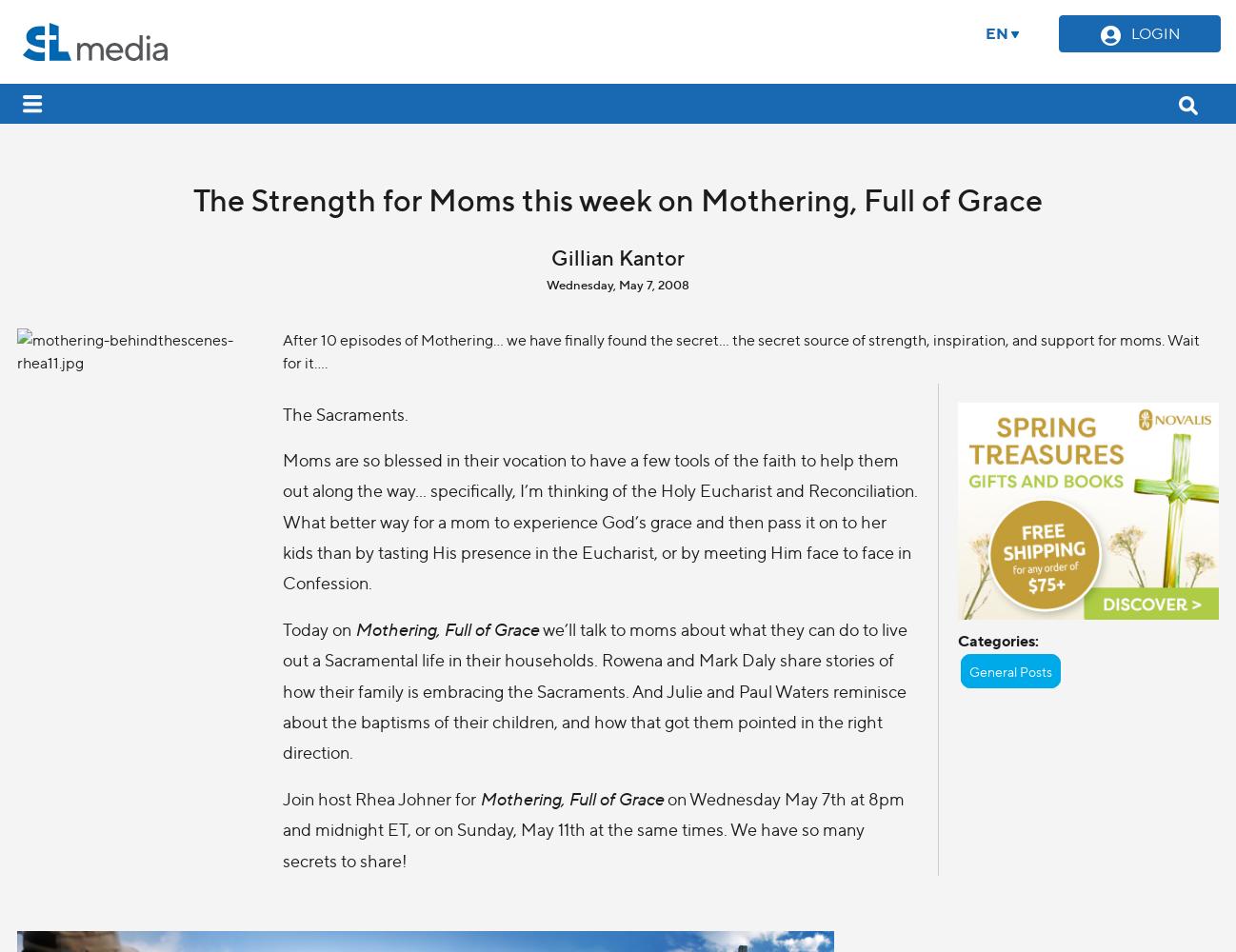 The height and width of the screenshot is (952, 1236). What do you see at coordinates (281, 688) in the screenshot?
I see `'we’ll talk to moms about what they can do to live out a Sacramental life in their households. Rowena and Mark Daly share stories of how their family is embracing the Sacraments. And Julie and Paul Waters reminisce about the baptisms of their children, and how that got them pointed in the right direction.'` at bounding box center [281, 688].